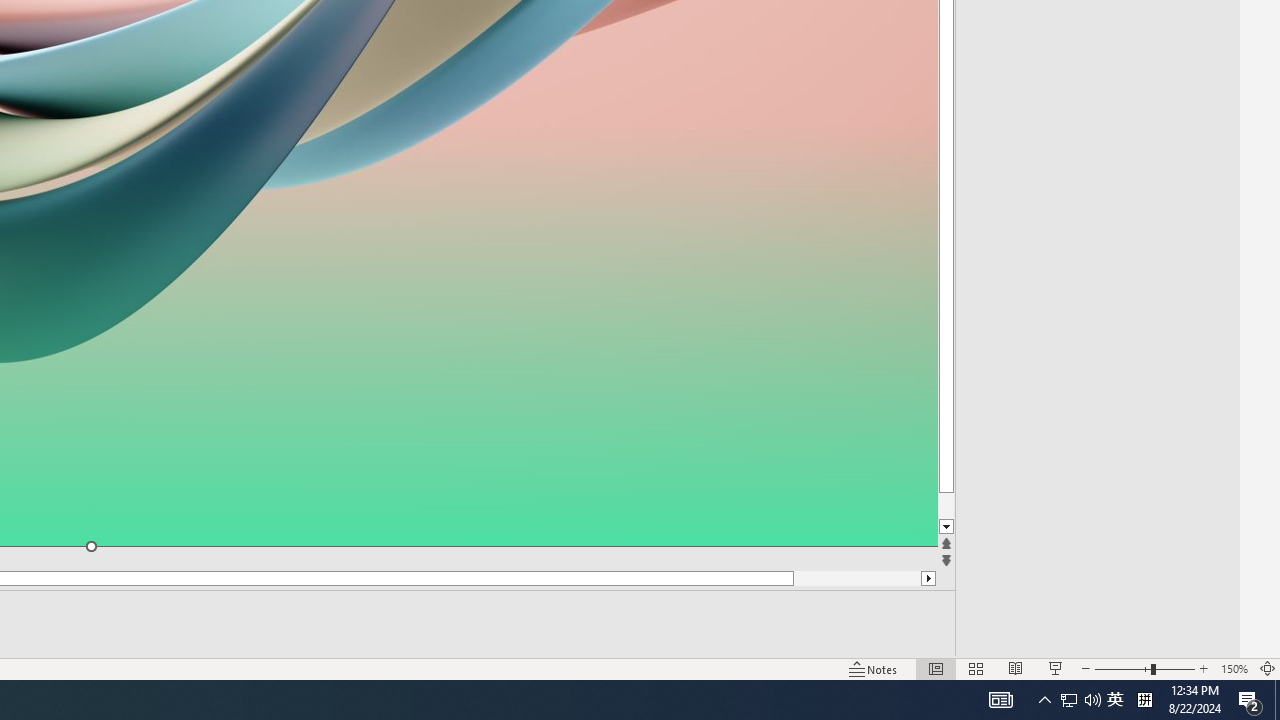 This screenshot has width=1280, height=720. I want to click on 'Zoom 150%', so click(1233, 669).